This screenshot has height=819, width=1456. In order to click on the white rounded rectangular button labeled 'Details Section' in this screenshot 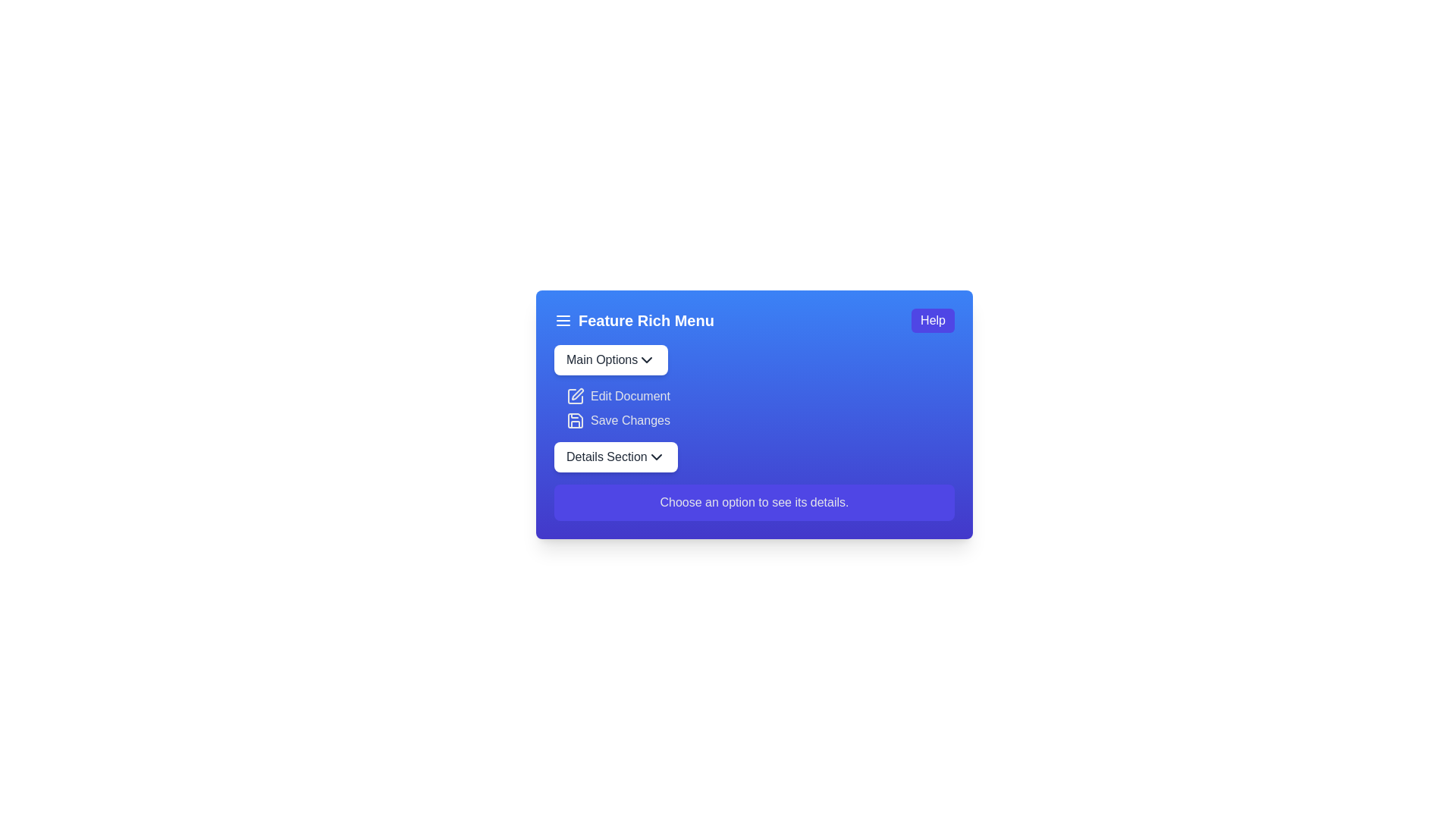, I will do `click(616, 456)`.